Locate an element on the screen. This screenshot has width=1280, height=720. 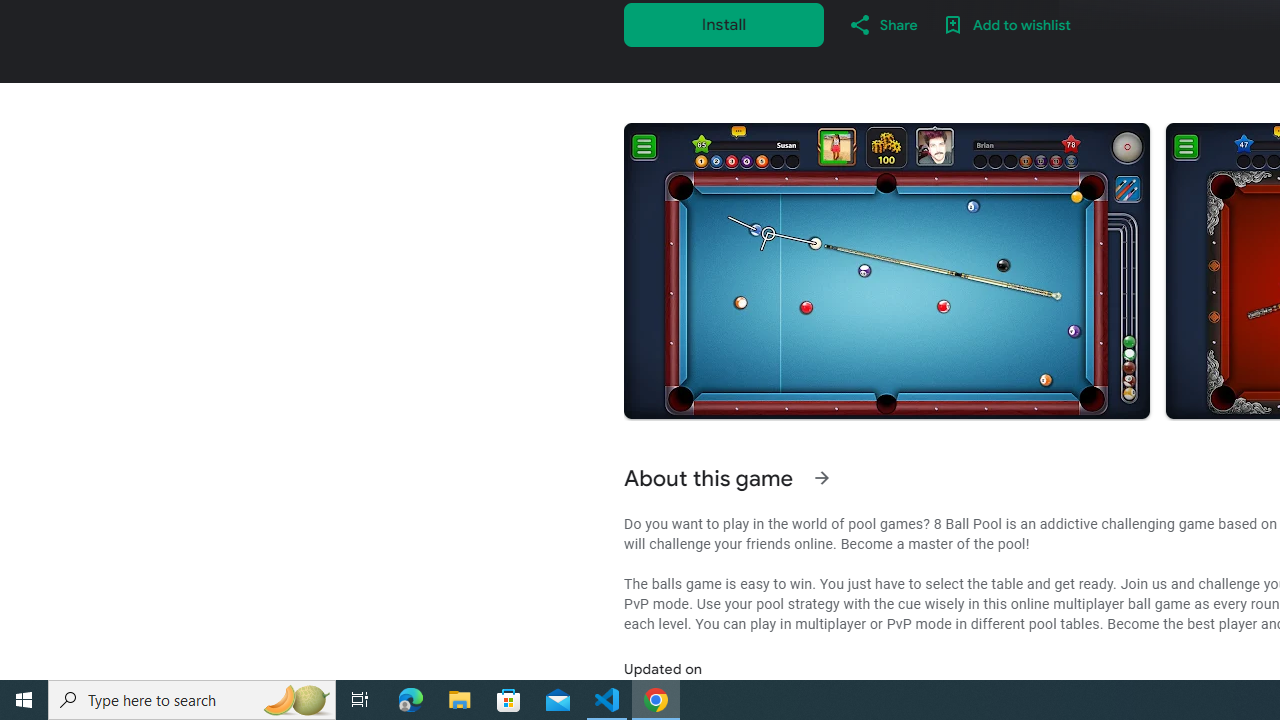
'Add to wishlist' is located at coordinates (1006, 24).